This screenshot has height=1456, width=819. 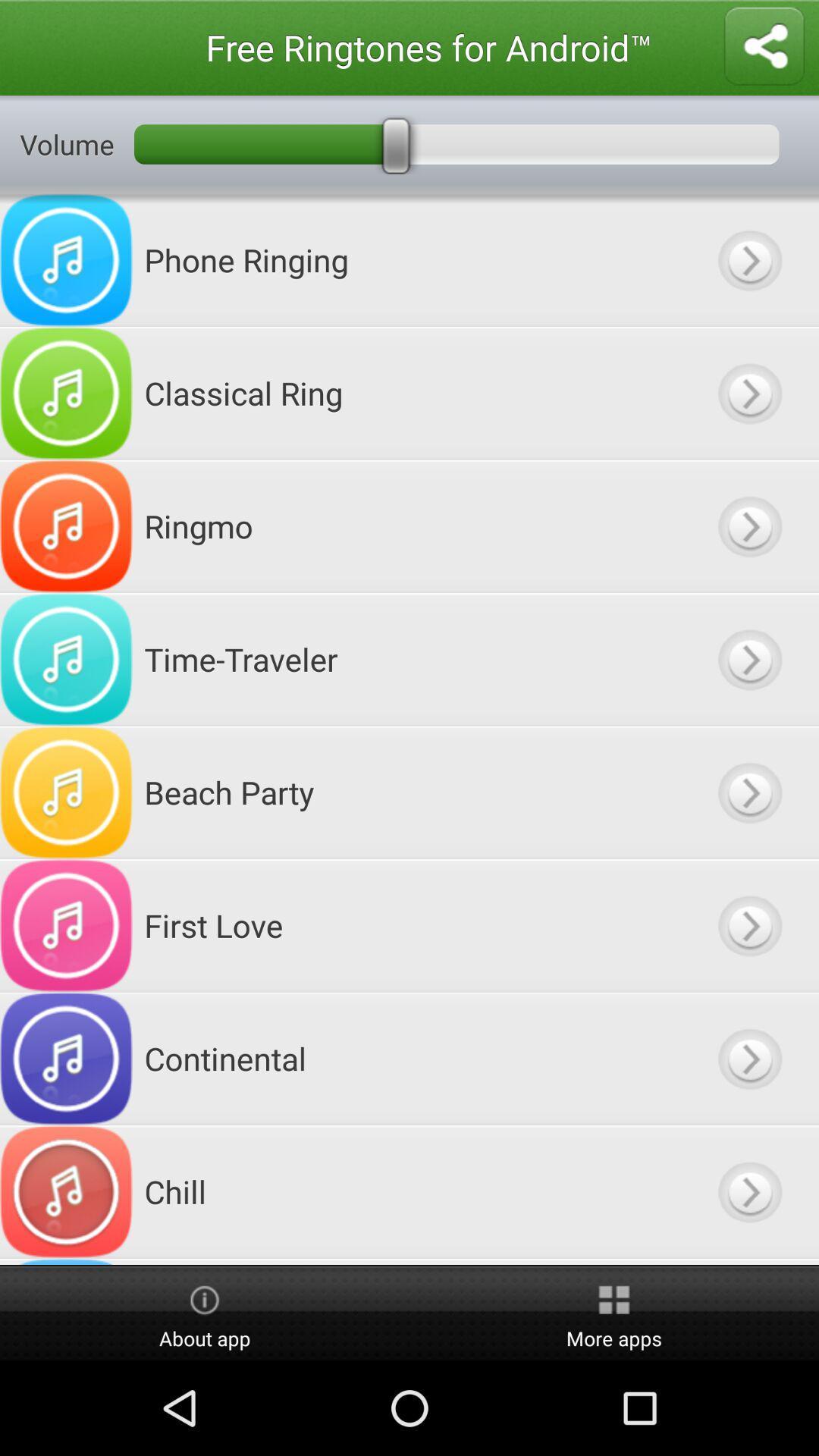 What do you see at coordinates (764, 47) in the screenshot?
I see `share the app with other 's` at bounding box center [764, 47].